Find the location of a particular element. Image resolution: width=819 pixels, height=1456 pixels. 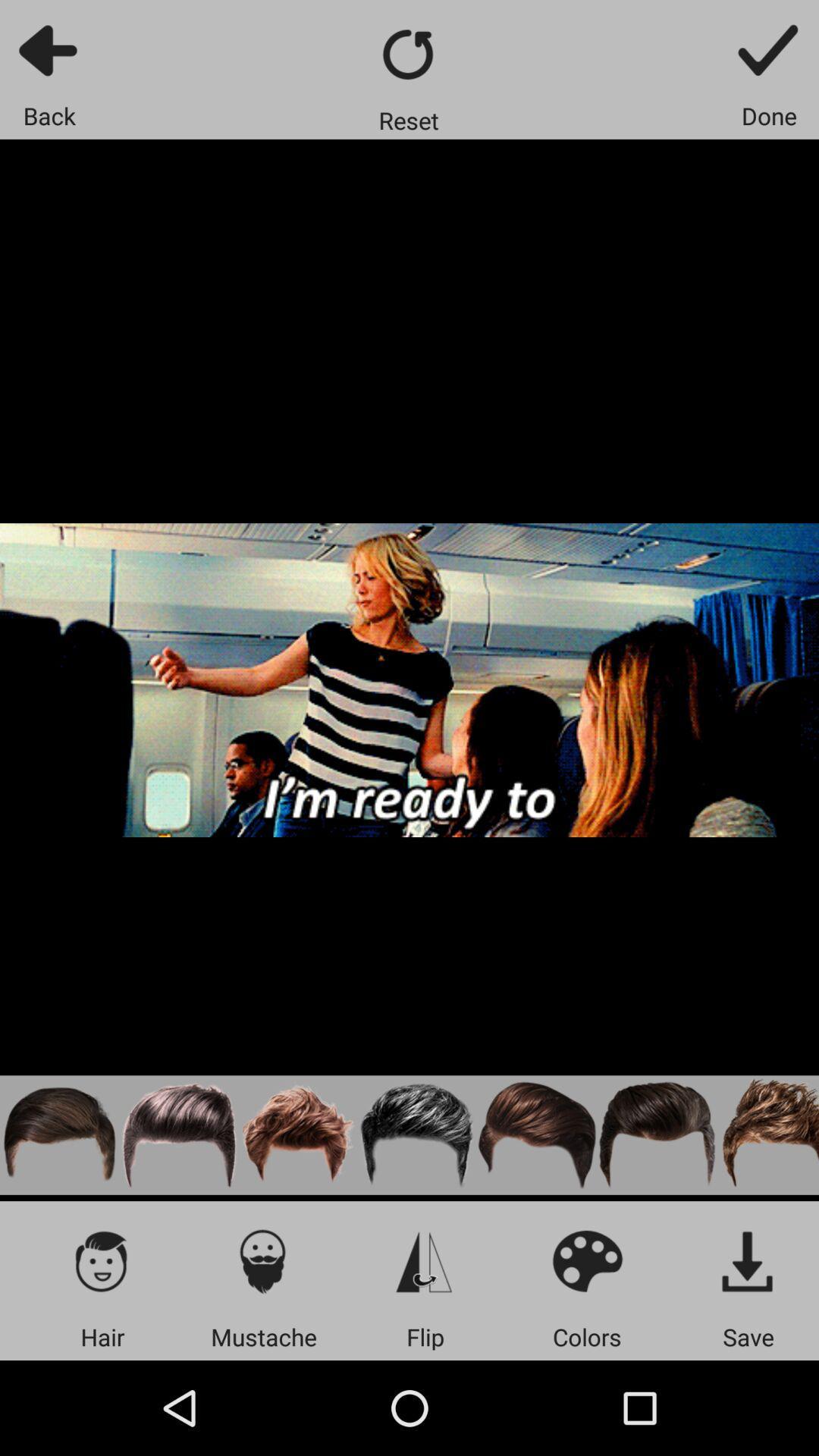

the  last image above save icon is located at coordinates (767, 1135).